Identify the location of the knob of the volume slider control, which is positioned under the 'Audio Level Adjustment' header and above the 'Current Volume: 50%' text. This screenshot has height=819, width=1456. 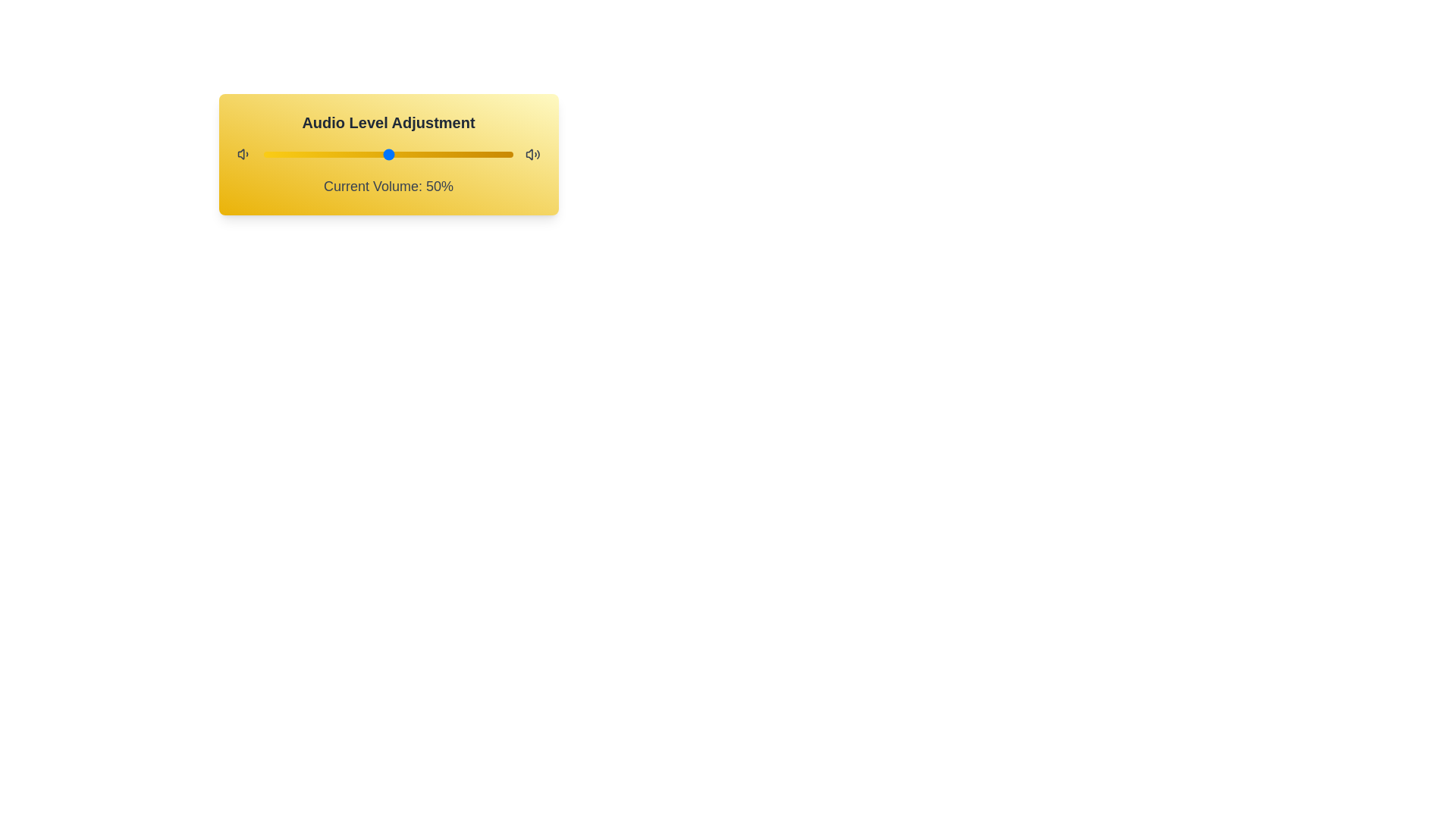
(388, 155).